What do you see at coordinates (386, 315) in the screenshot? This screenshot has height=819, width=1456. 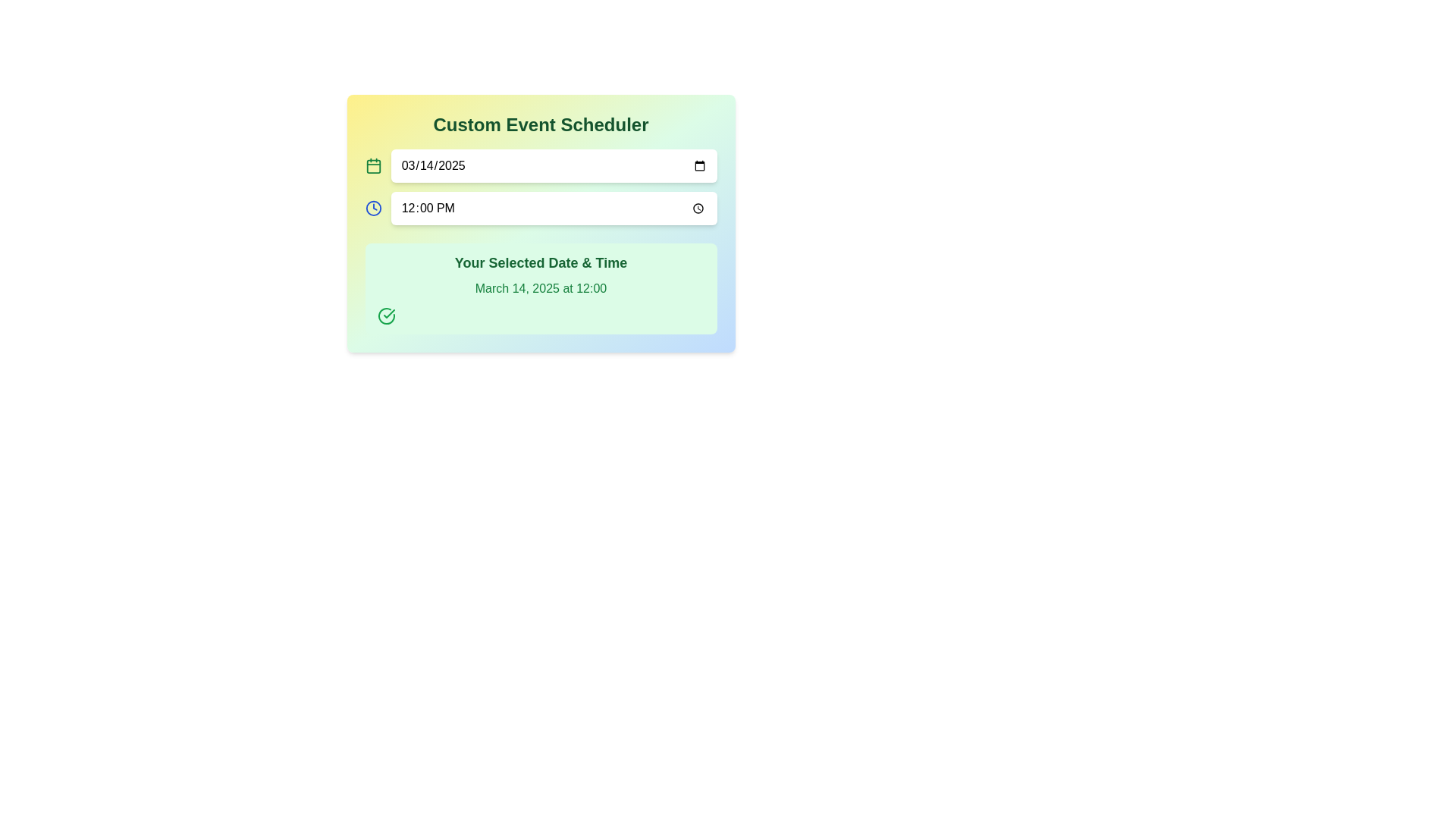 I see `the success confirmation icon located at the bottom-left corner of the 'Your Selected Date & Time' section, below the text 'March 14, 2025 at 12:00.'` at bounding box center [386, 315].